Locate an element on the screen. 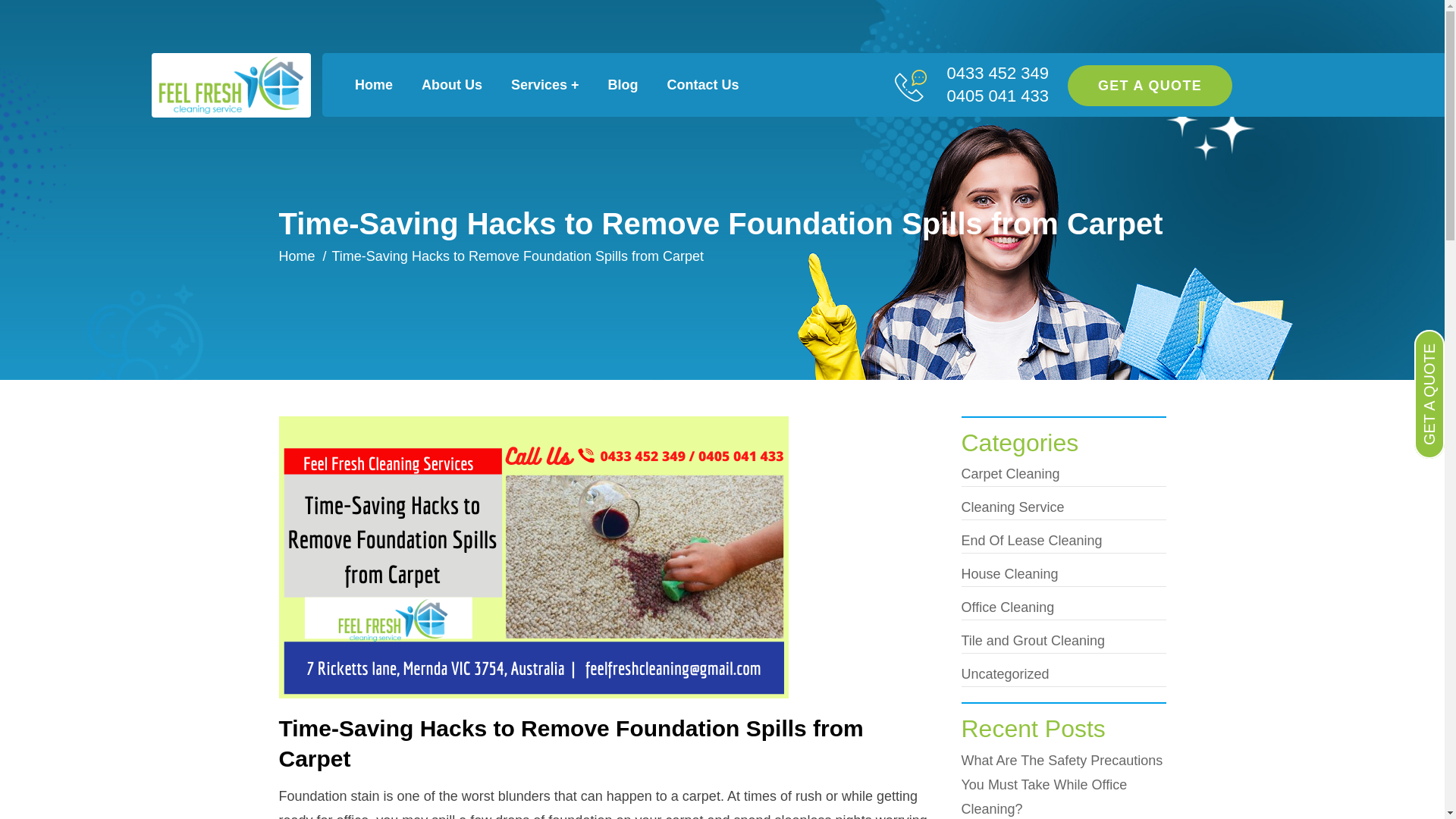  'Cleaning Service' is located at coordinates (1062, 507).